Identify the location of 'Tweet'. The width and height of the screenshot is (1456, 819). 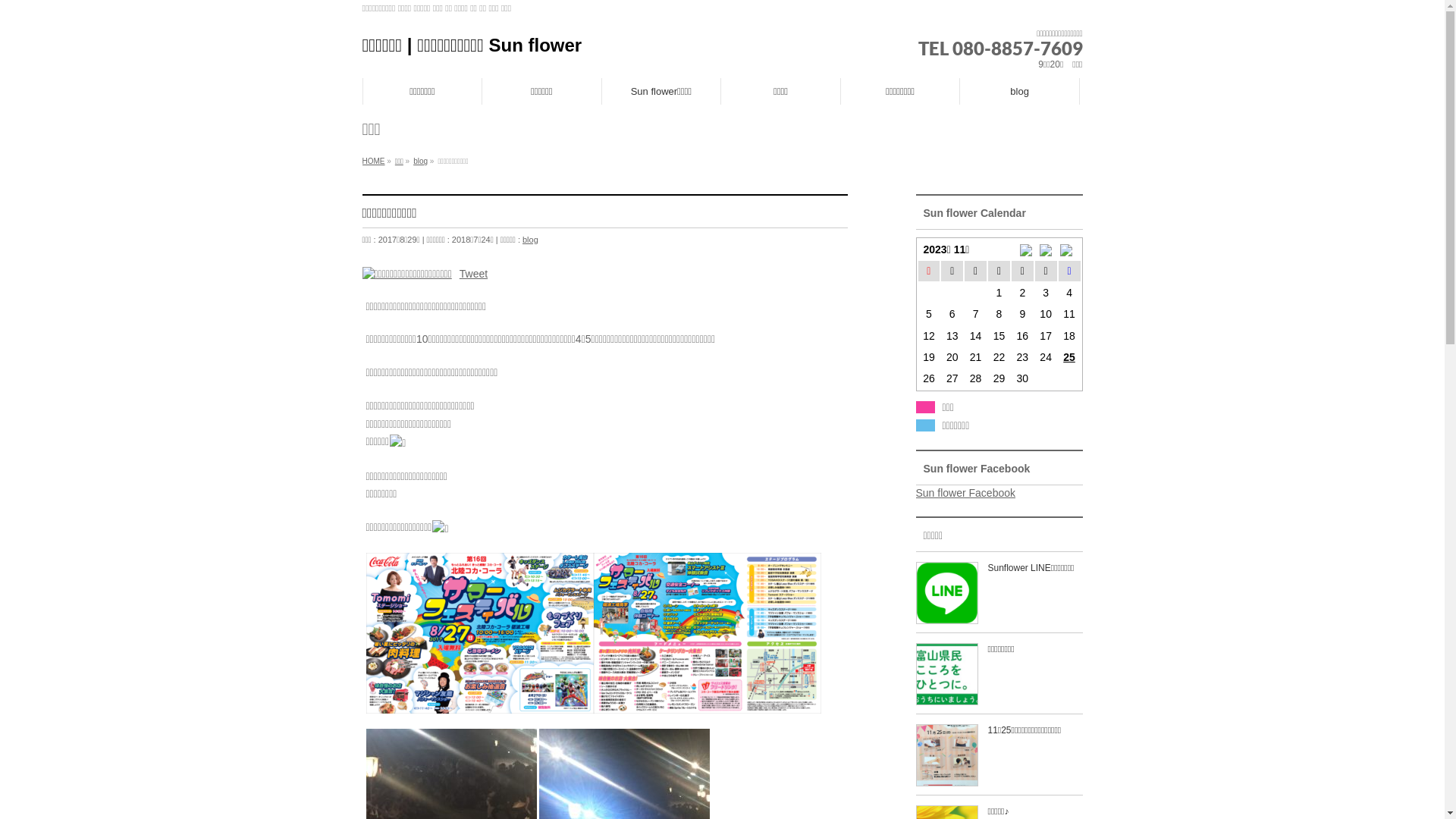
(472, 271).